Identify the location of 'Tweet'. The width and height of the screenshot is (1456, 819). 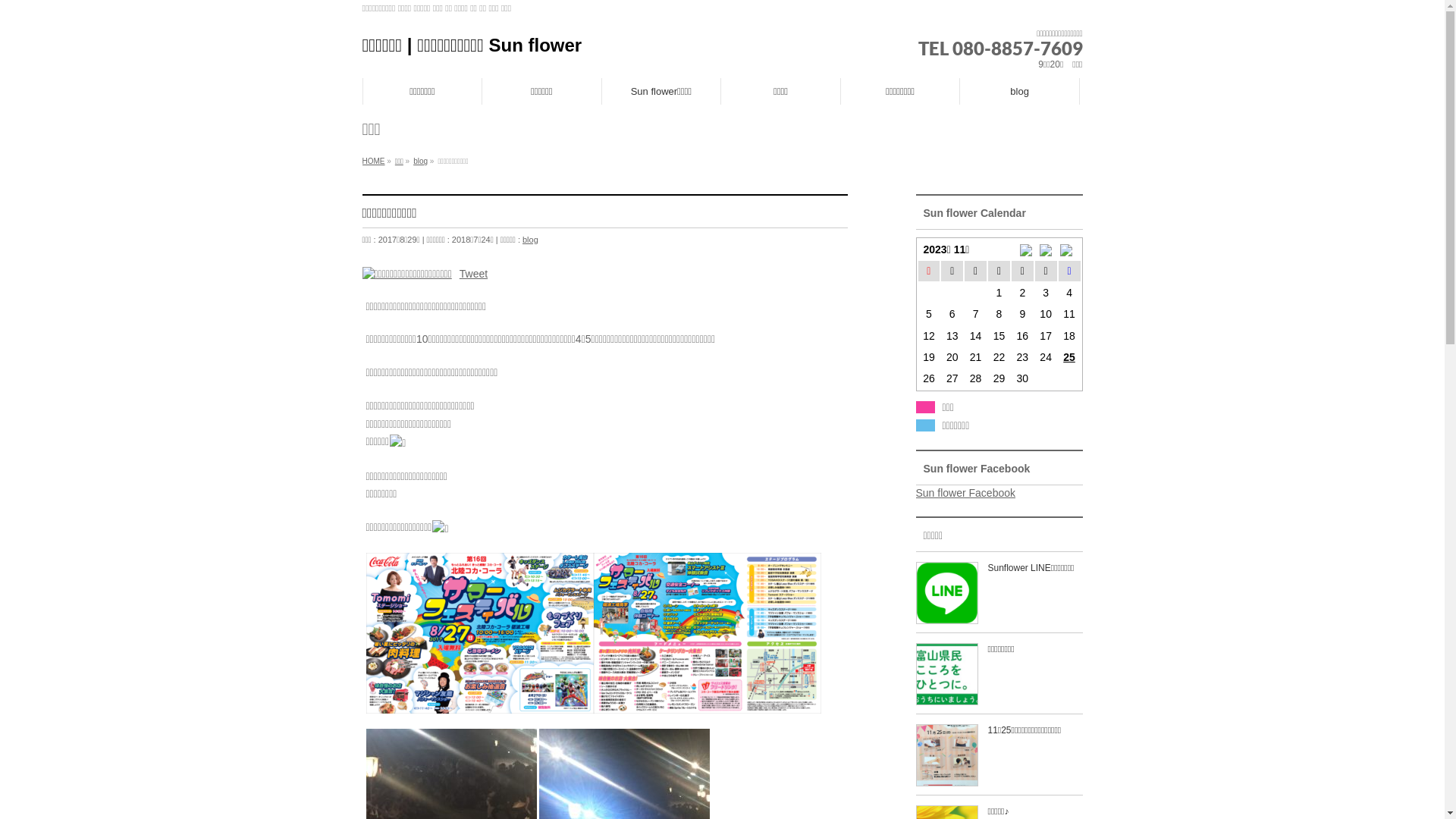
(472, 271).